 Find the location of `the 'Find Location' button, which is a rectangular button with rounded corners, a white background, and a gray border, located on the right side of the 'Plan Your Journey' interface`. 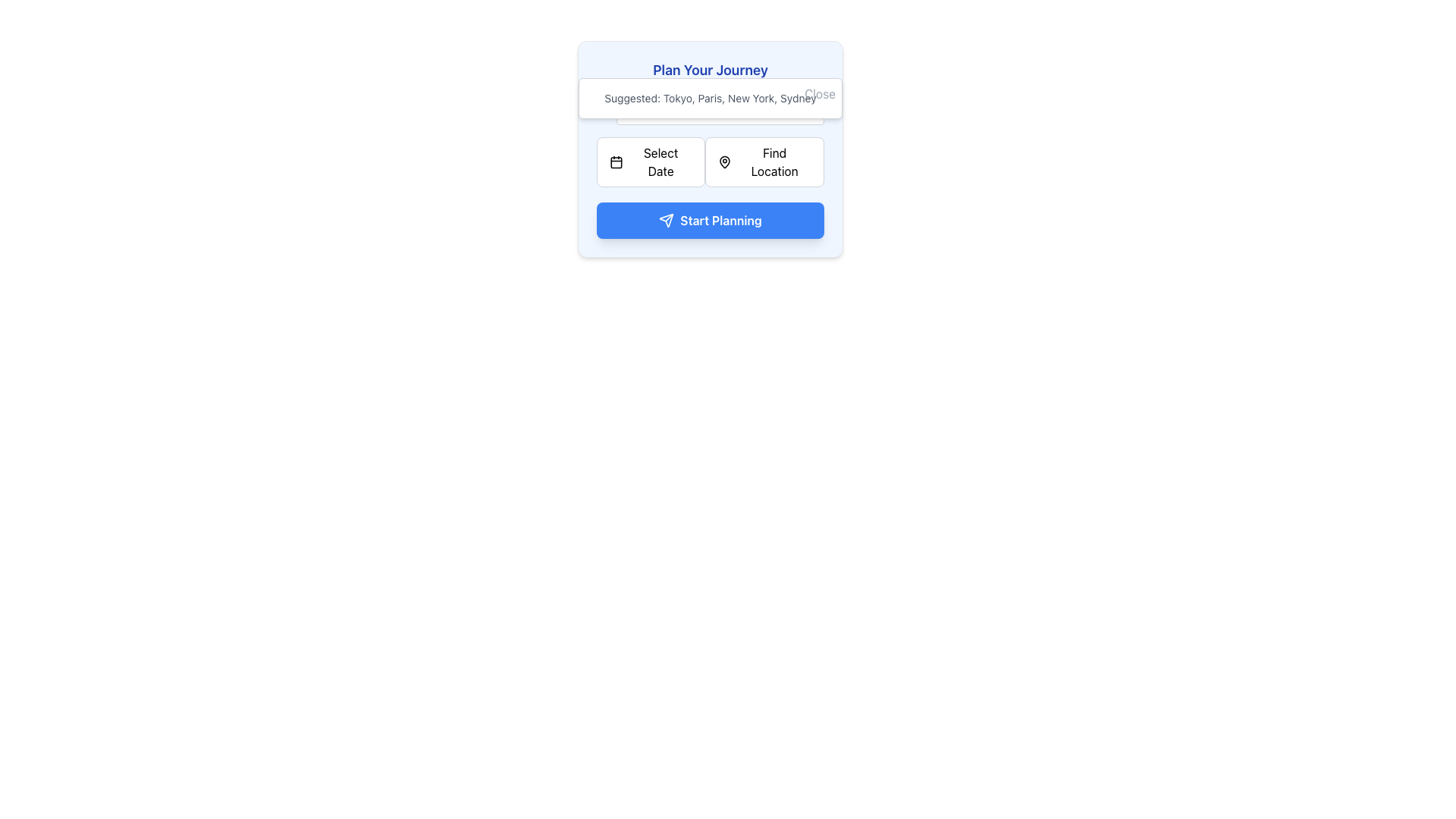

the 'Find Location' button, which is a rectangular button with rounded corners, a white background, and a gray border, located on the right side of the 'Plan Your Journey' interface is located at coordinates (764, 162).